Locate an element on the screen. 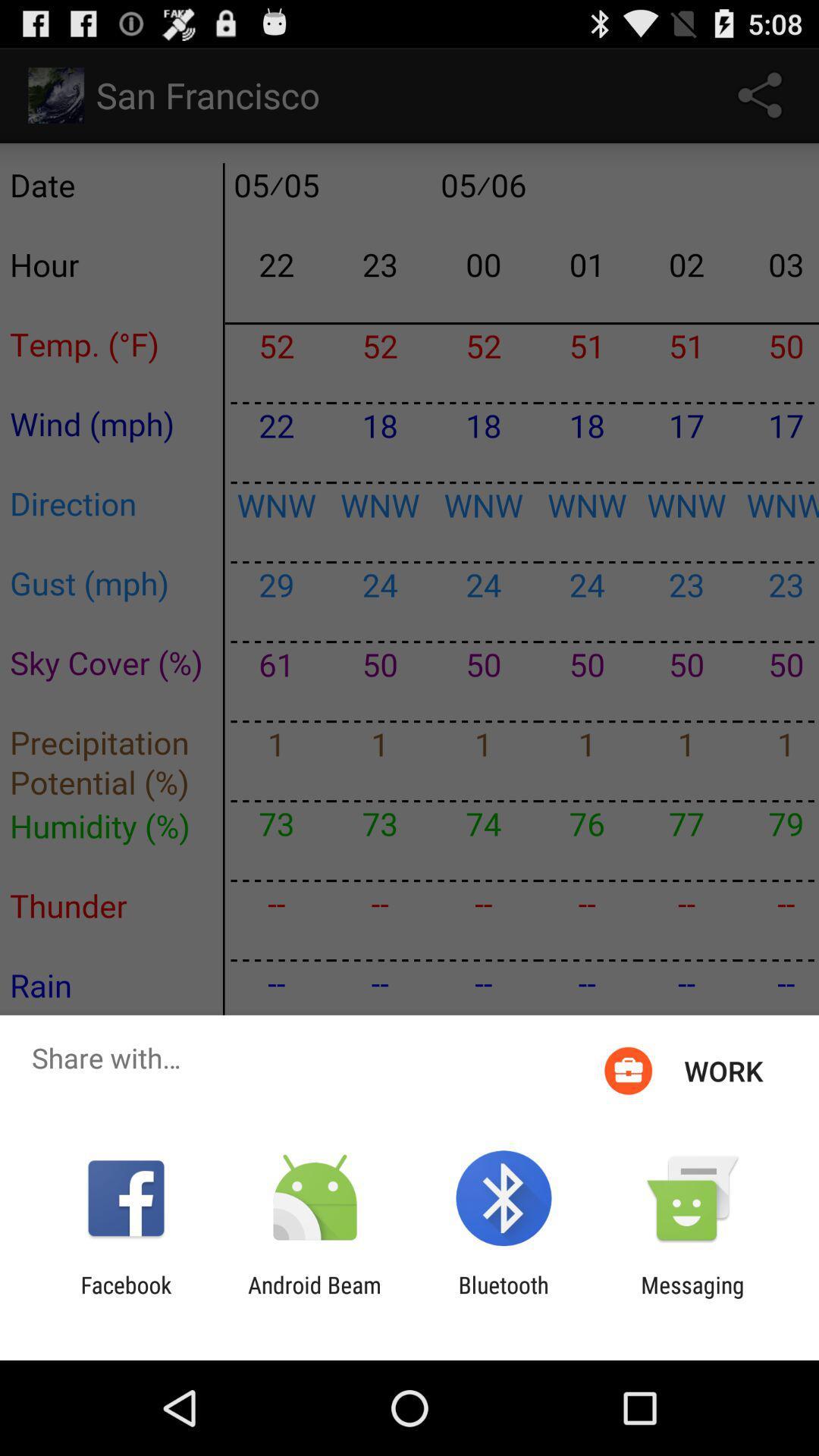 Image resolution: width=819 pixels, height=1456 pixels. icon to the left of the bluetooth is located at coordinates (314, 1298).